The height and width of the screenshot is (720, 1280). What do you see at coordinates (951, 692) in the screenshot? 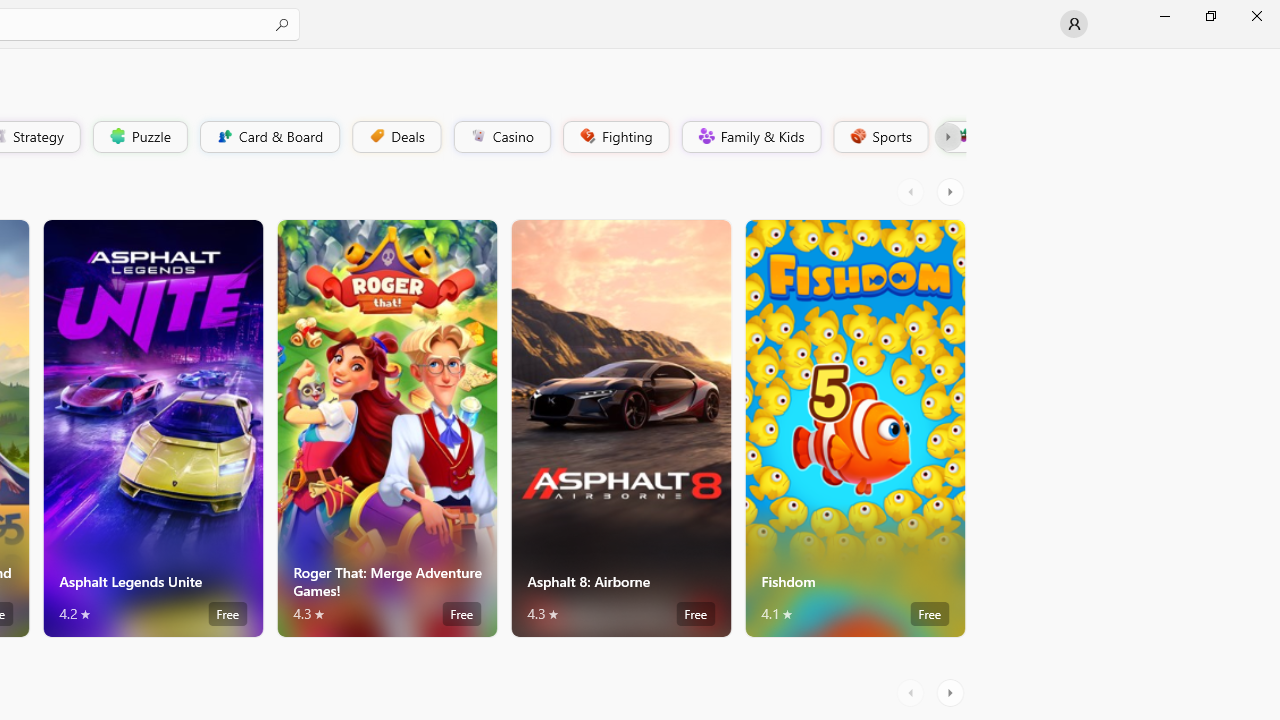
I see `'AutomationID: RightScrollButton'` at bounding box center [951, 692].